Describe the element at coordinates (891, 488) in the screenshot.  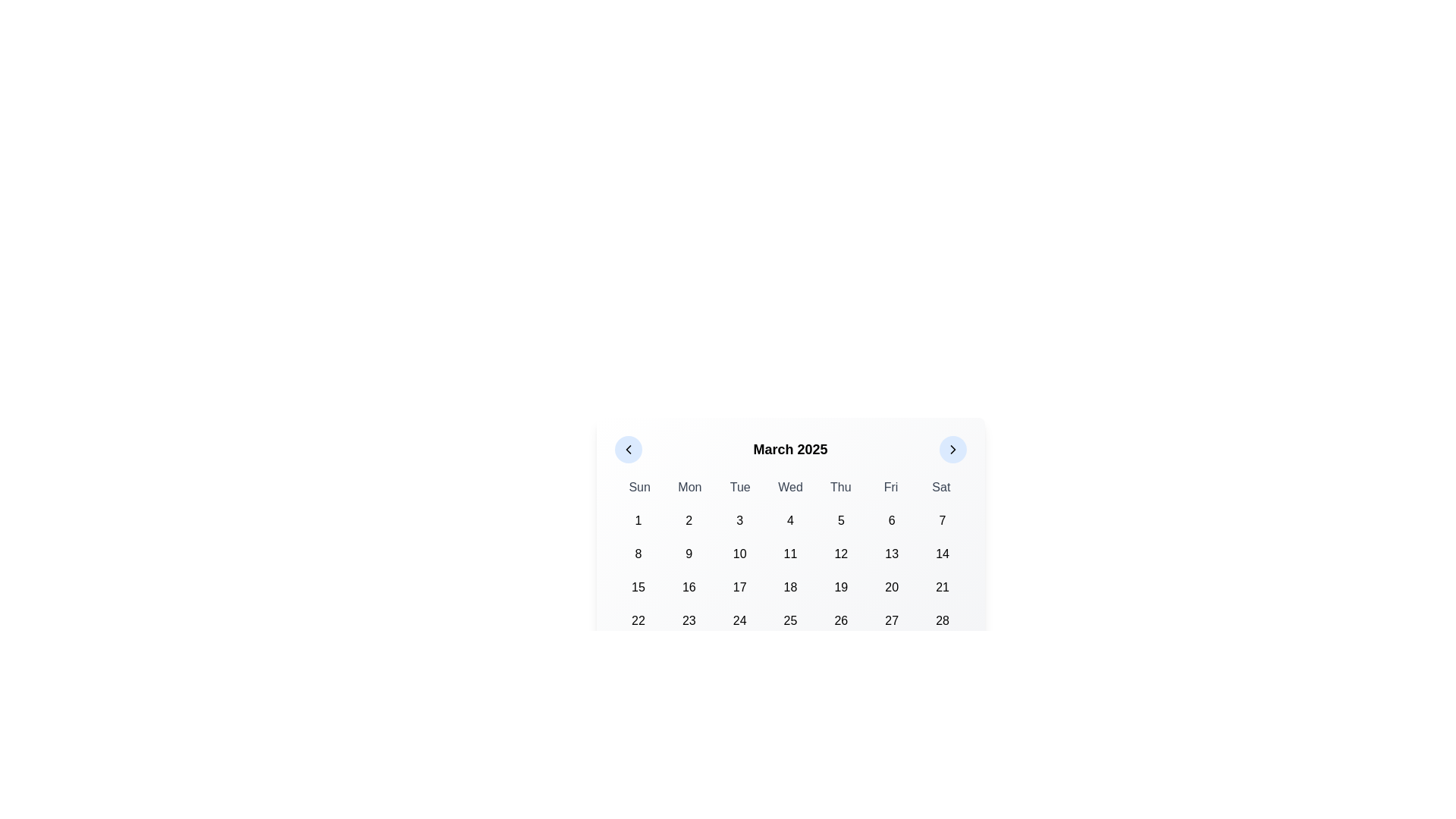
I see `the static text label displaying 'Fri' in bold, which is the sixth element in the row of day names in the calendar component` at that location.